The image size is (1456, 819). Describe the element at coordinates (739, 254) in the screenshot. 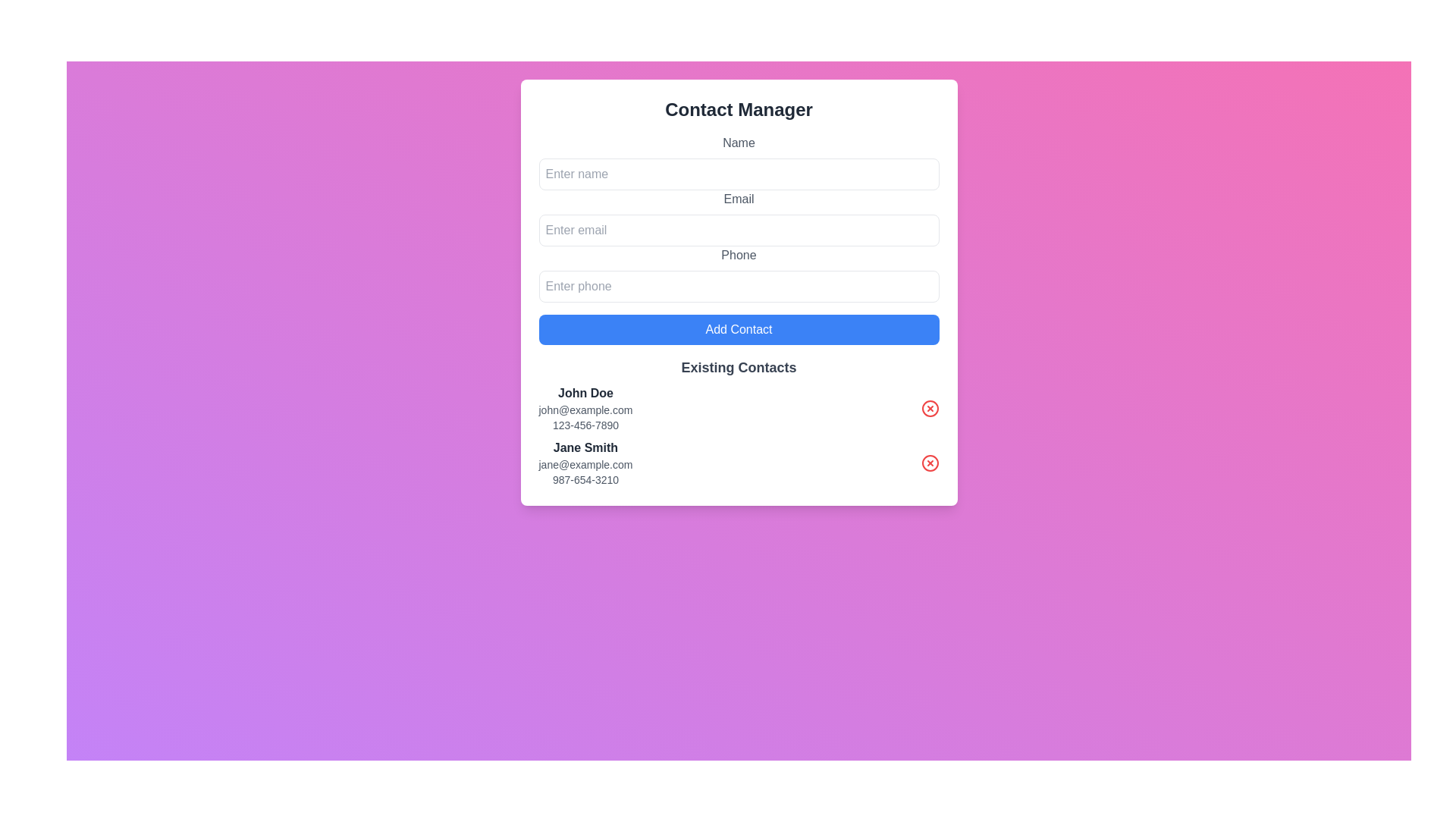

I see `the Text Label indicating the purpose of the phone number input field, which is located above the phone input field and below the Email input field's label` at that location.